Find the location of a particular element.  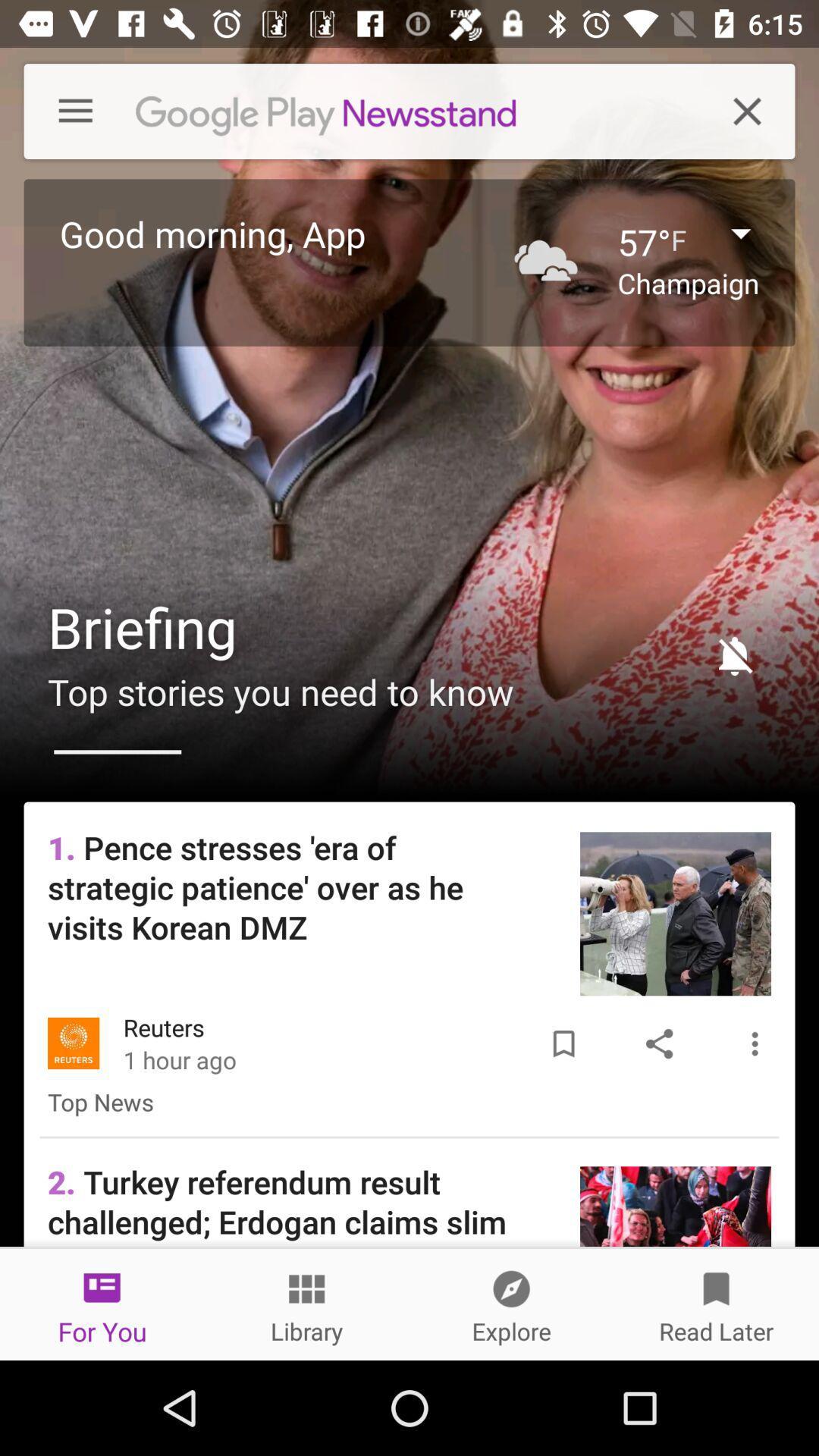

the icon above good morning, app icon is located at coordinates (63, 111).